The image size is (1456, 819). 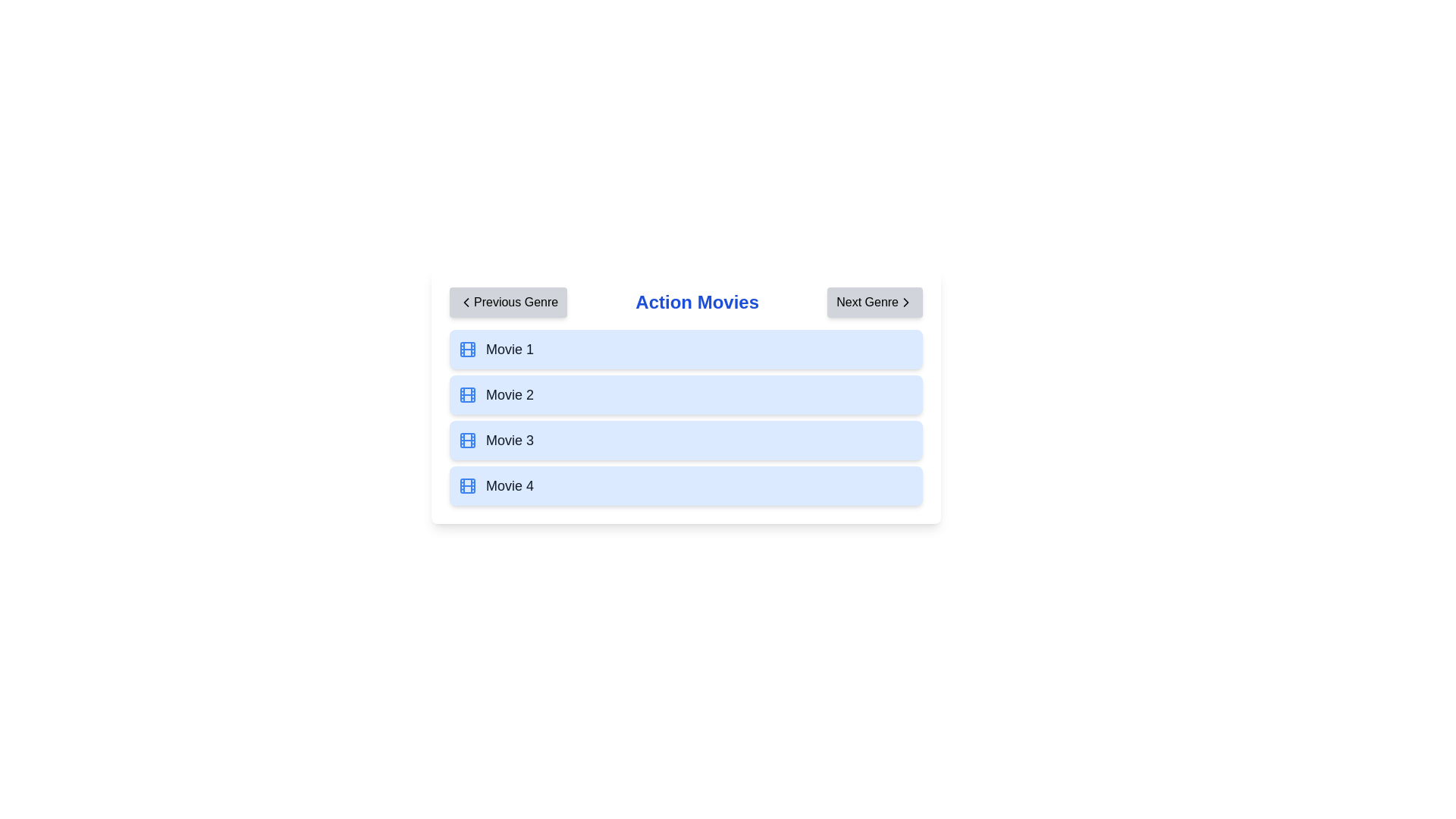 What do you see at coordinates (465, 302) in the screenshot?
I see `the left arrow icon within the 'Previous Genre' button, which is styled with thin black strokes and is part of the navigation layout` at bounding box center [465, 302].